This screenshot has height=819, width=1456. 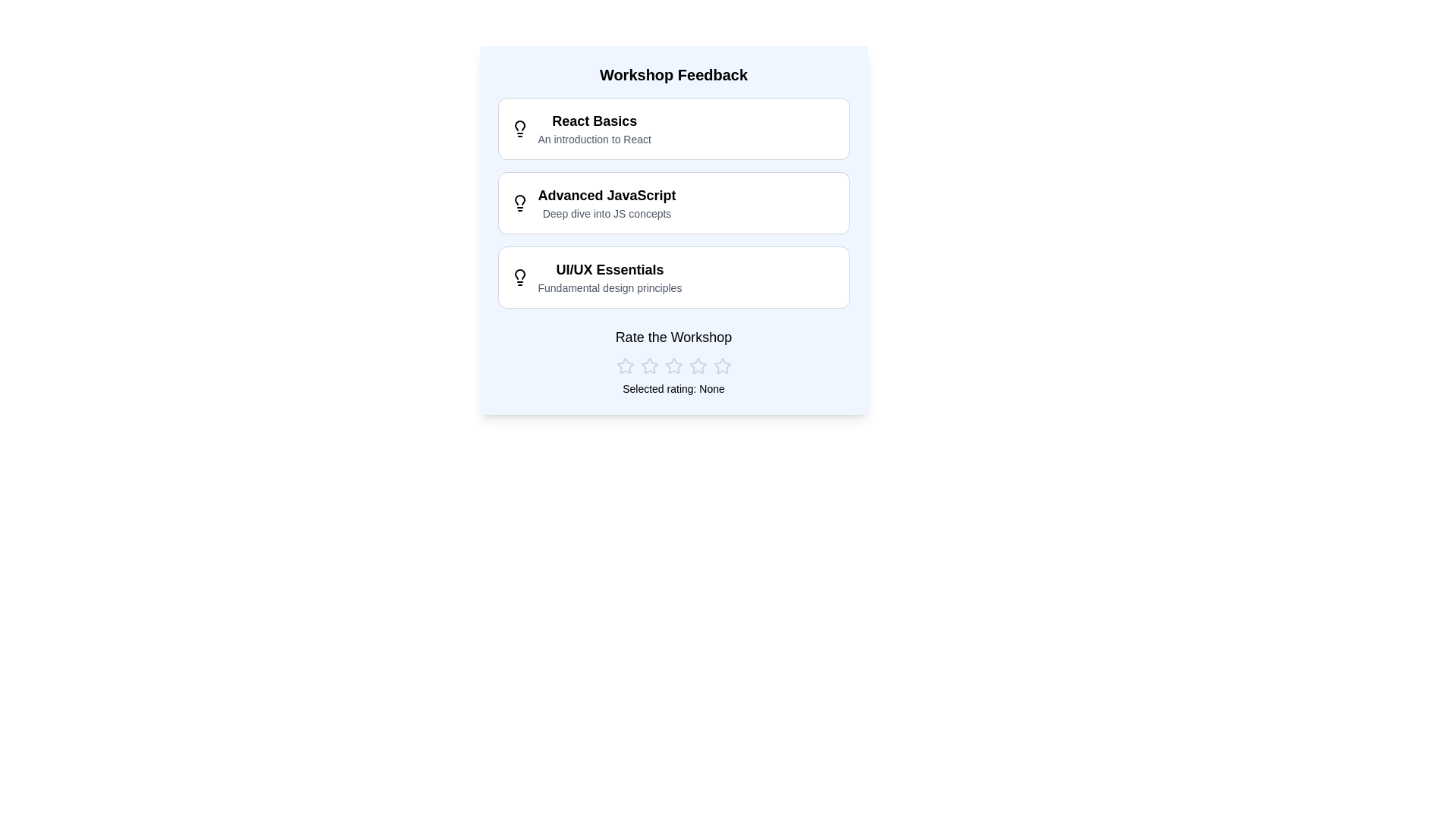 I want to click on descriptive text within the card layout that summarizes the workshop 'UI/UX Essentials', which is the third entry in a vertical list of three similar items, so click(x=673, y=278).